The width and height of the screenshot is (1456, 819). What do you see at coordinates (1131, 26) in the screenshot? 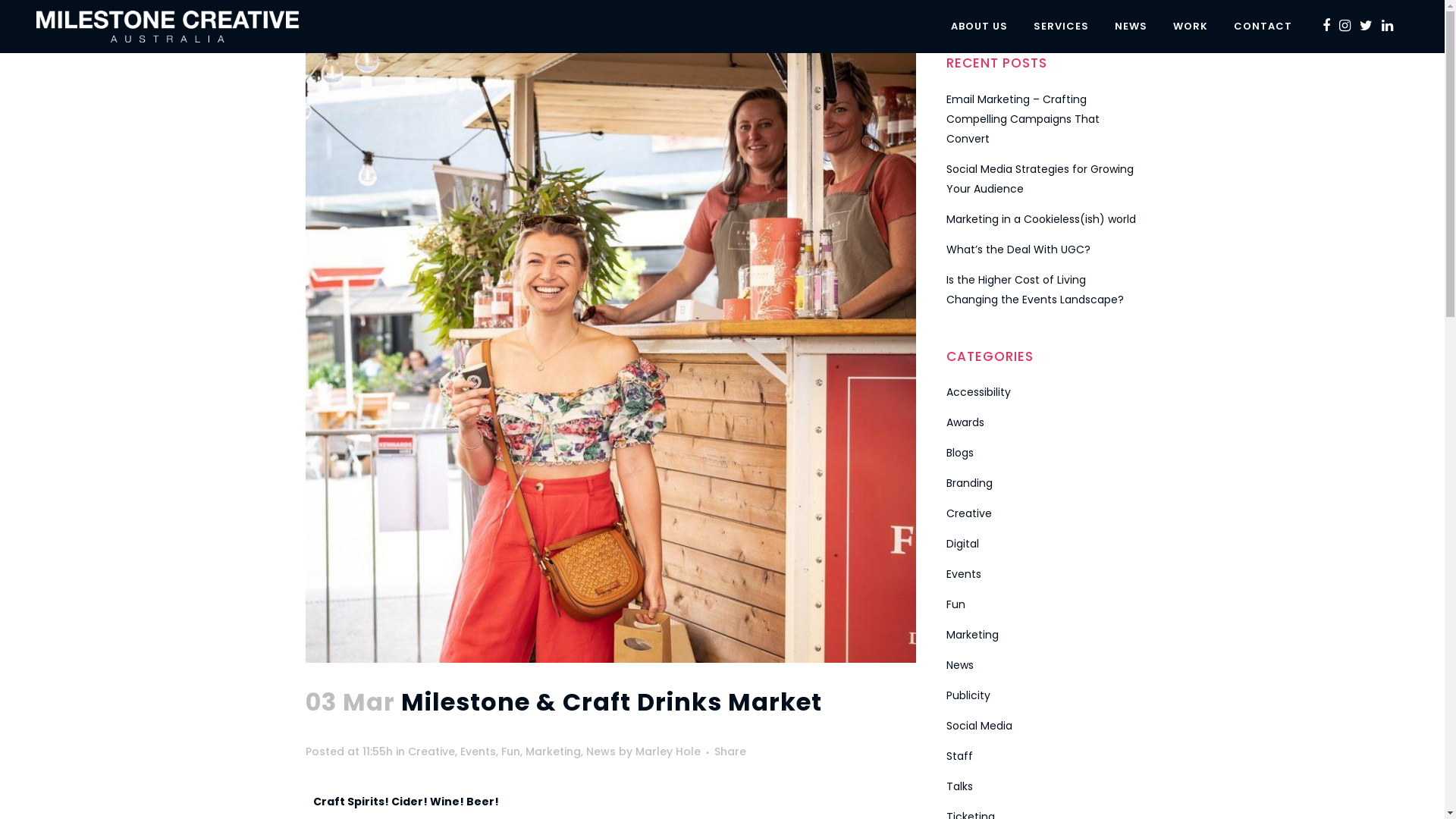
I see `'NEWS'` at bounding box center [1131, 26].